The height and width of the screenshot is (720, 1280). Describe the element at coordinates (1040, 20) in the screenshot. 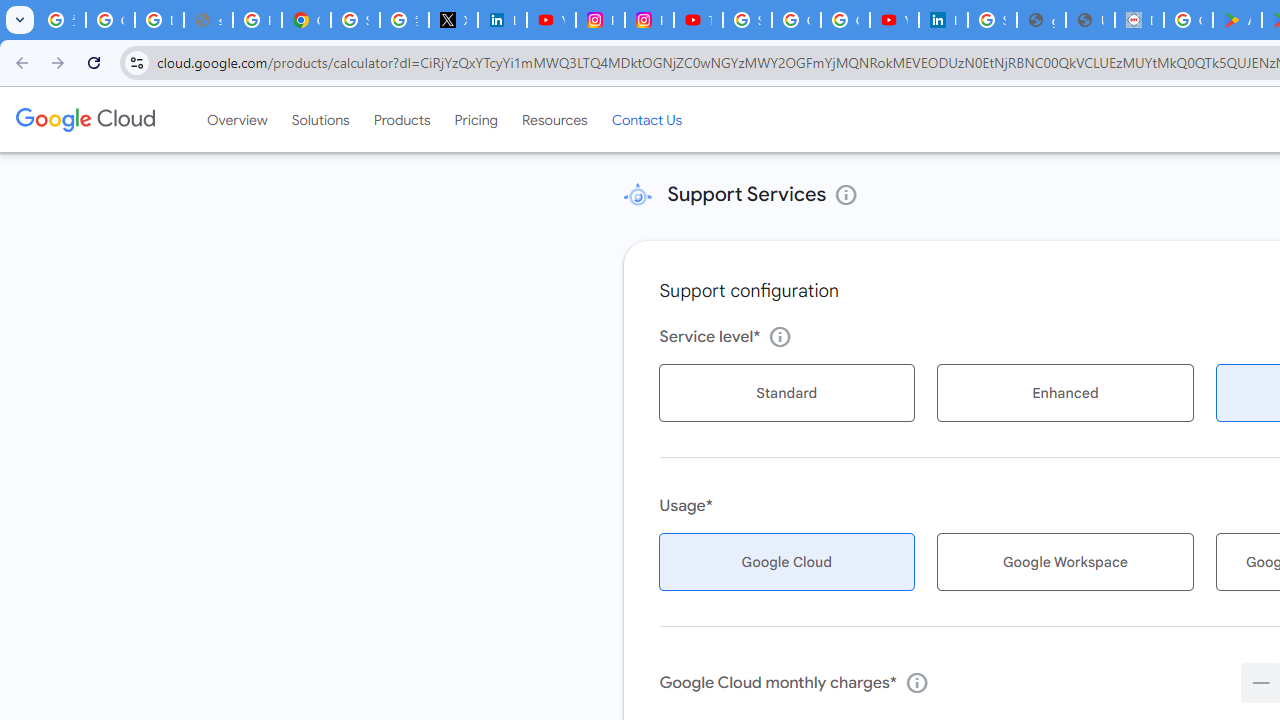

I see `'google_privacy_policy_en.pdf'` at that location.